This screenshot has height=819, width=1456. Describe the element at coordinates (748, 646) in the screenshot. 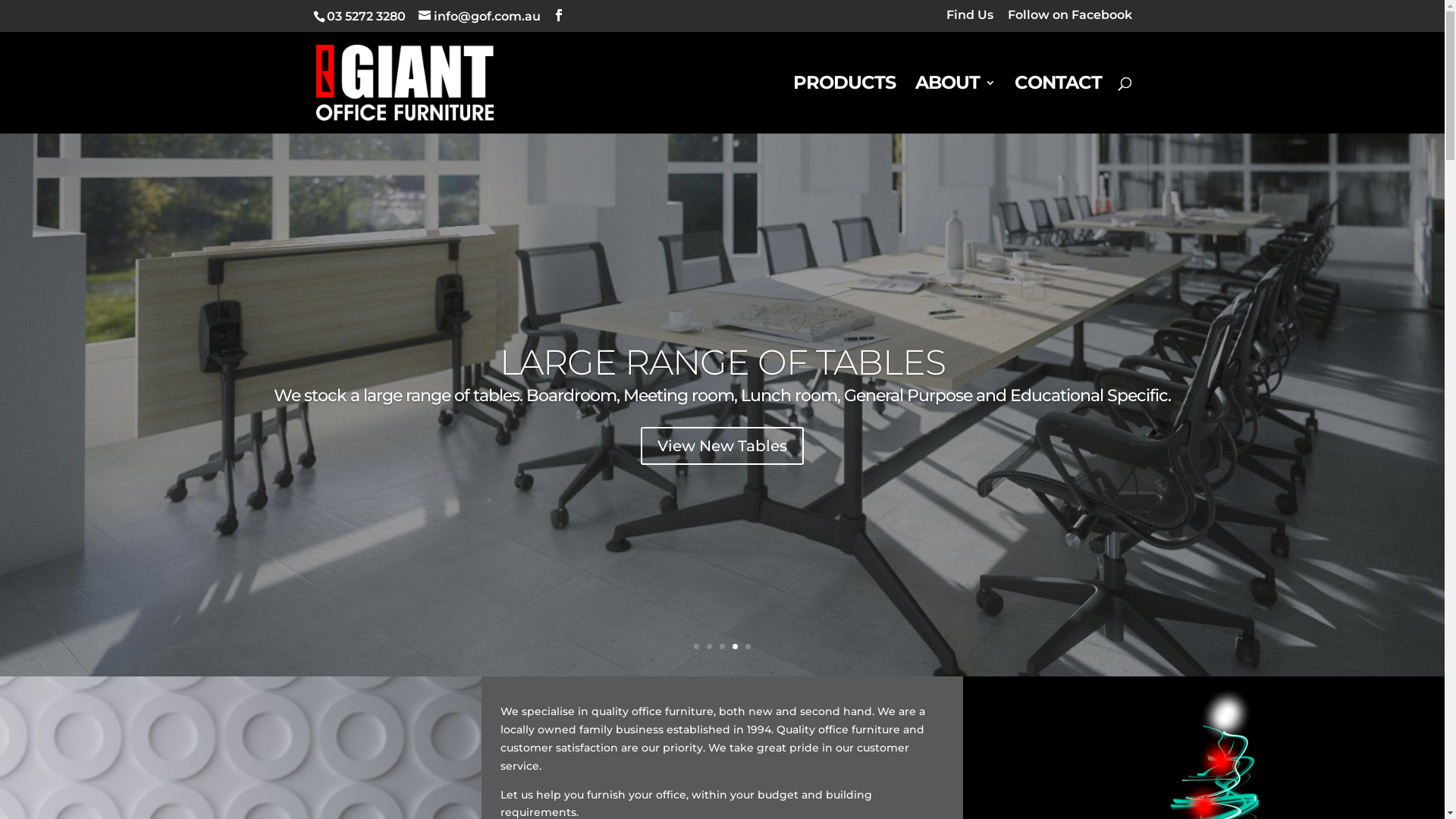

I see `'5'` at that location.